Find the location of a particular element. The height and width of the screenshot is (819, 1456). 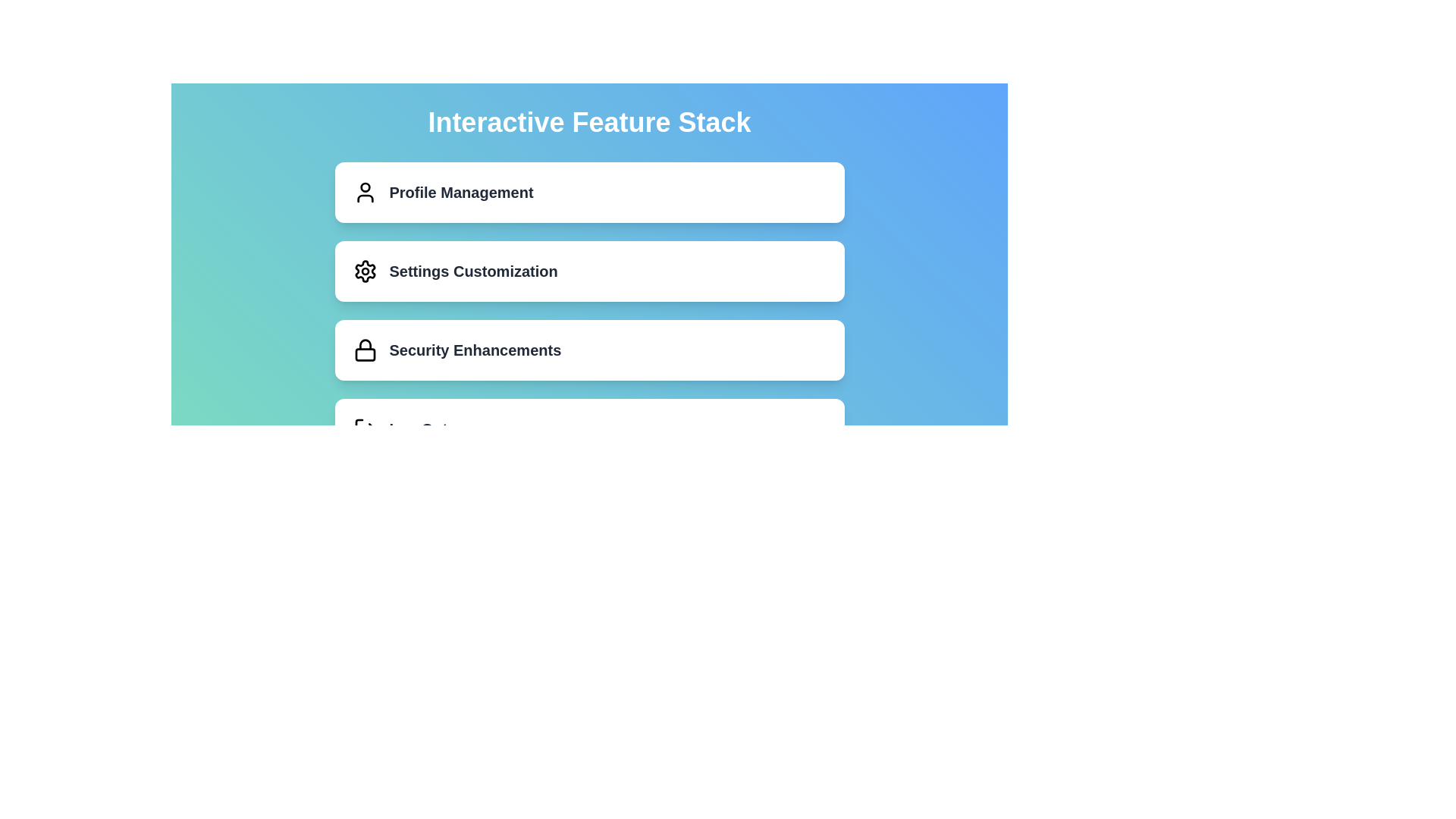

the settings icon located to the left of the 'Settings Customization' text is located at coordinates (365, 271).